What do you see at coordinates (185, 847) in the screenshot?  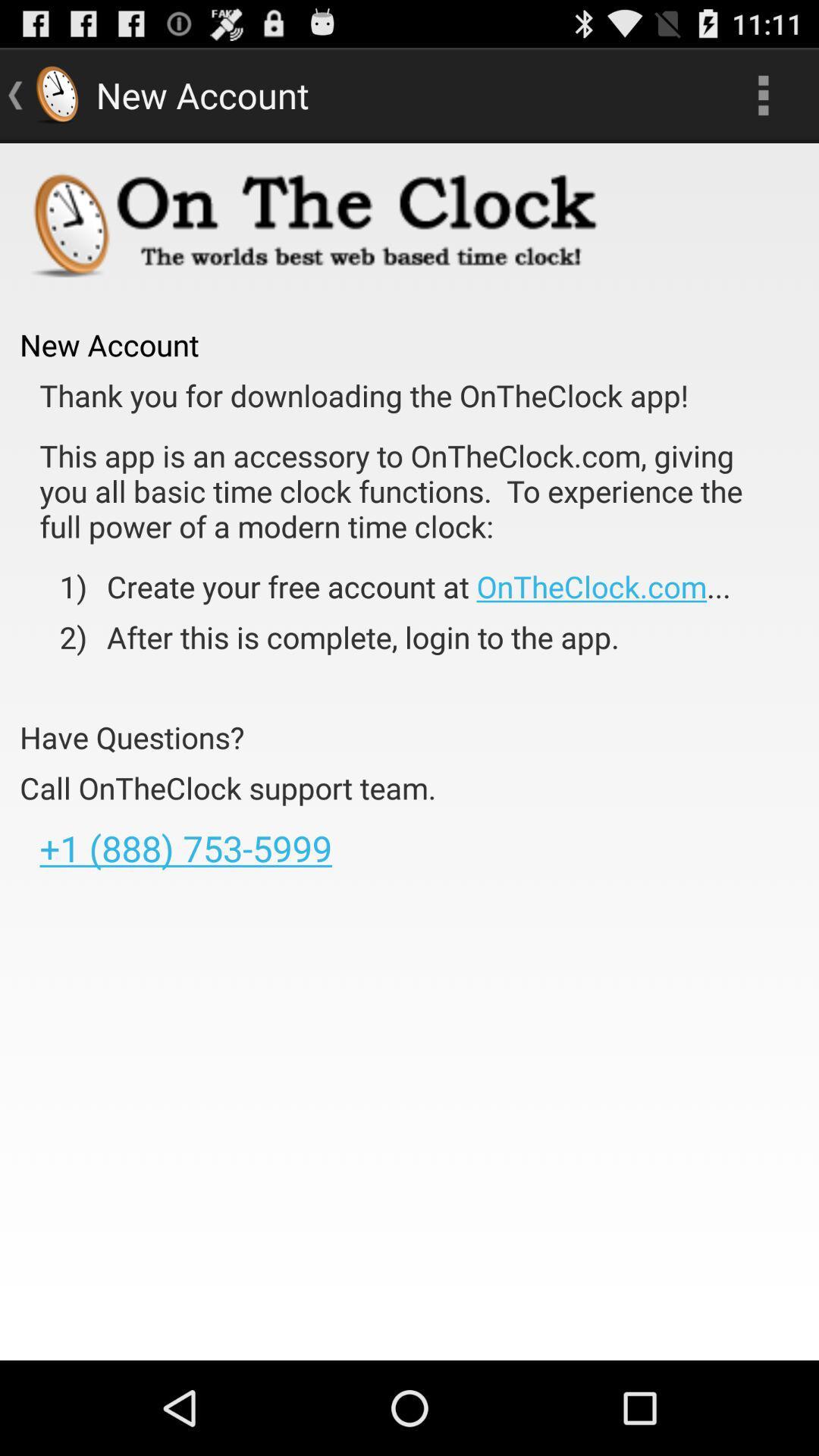 I see `1 888 753` at bounding box center [185, 847].